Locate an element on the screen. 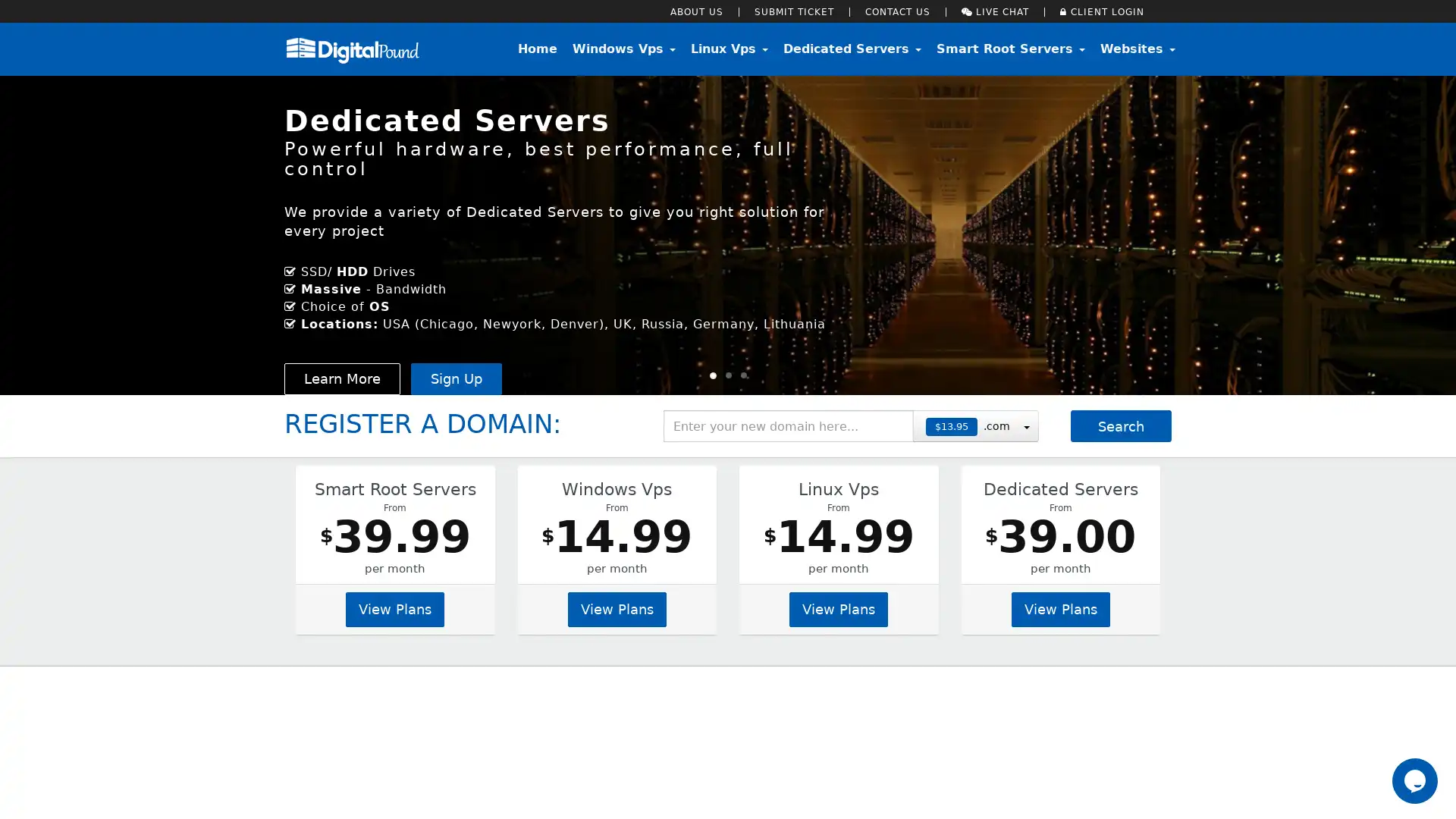  View Plans is located at coordinates (837, 607).